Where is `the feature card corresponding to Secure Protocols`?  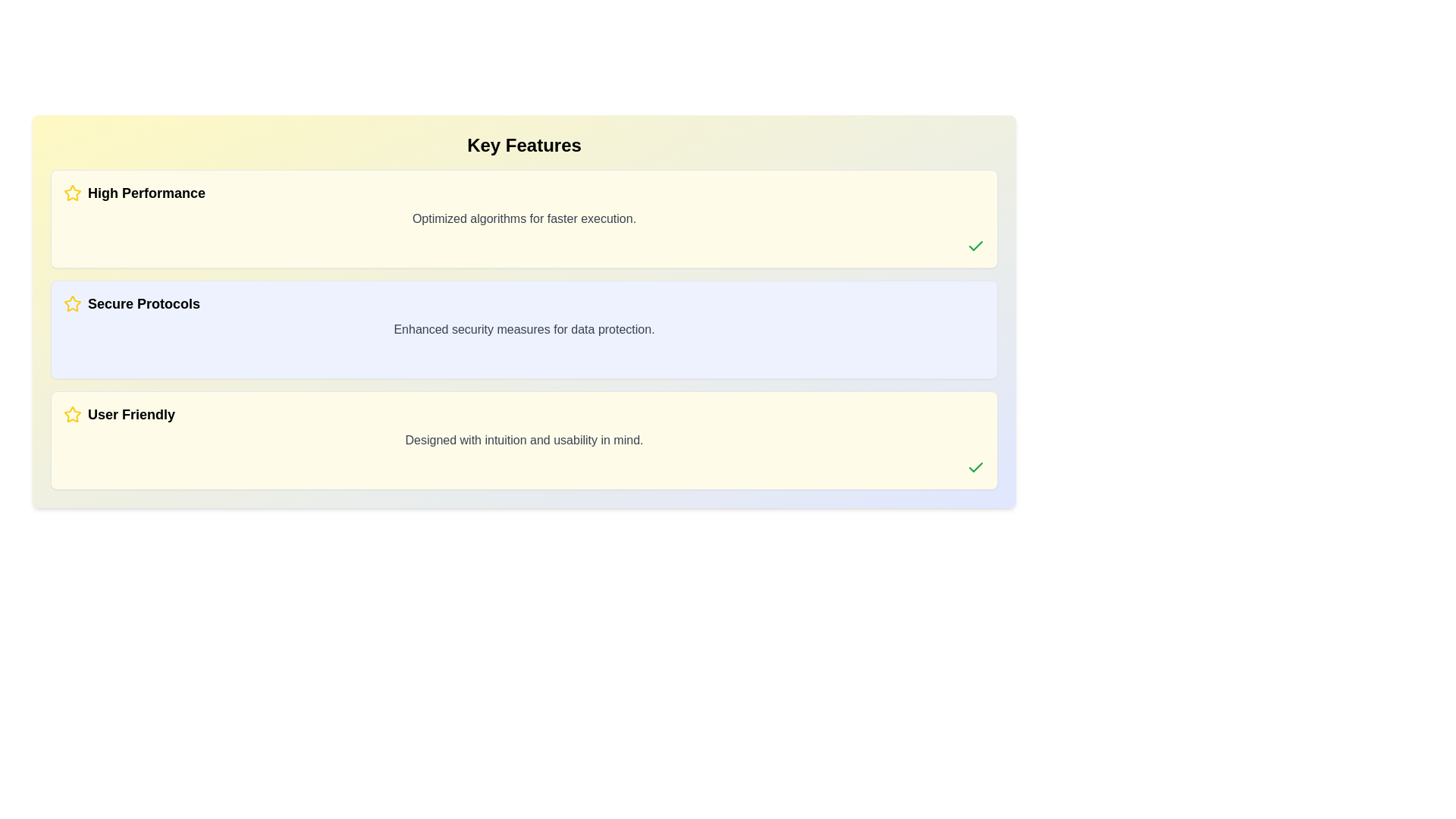
the feature card corresponding to Secure Protocols is located at coordinates (524, 329).